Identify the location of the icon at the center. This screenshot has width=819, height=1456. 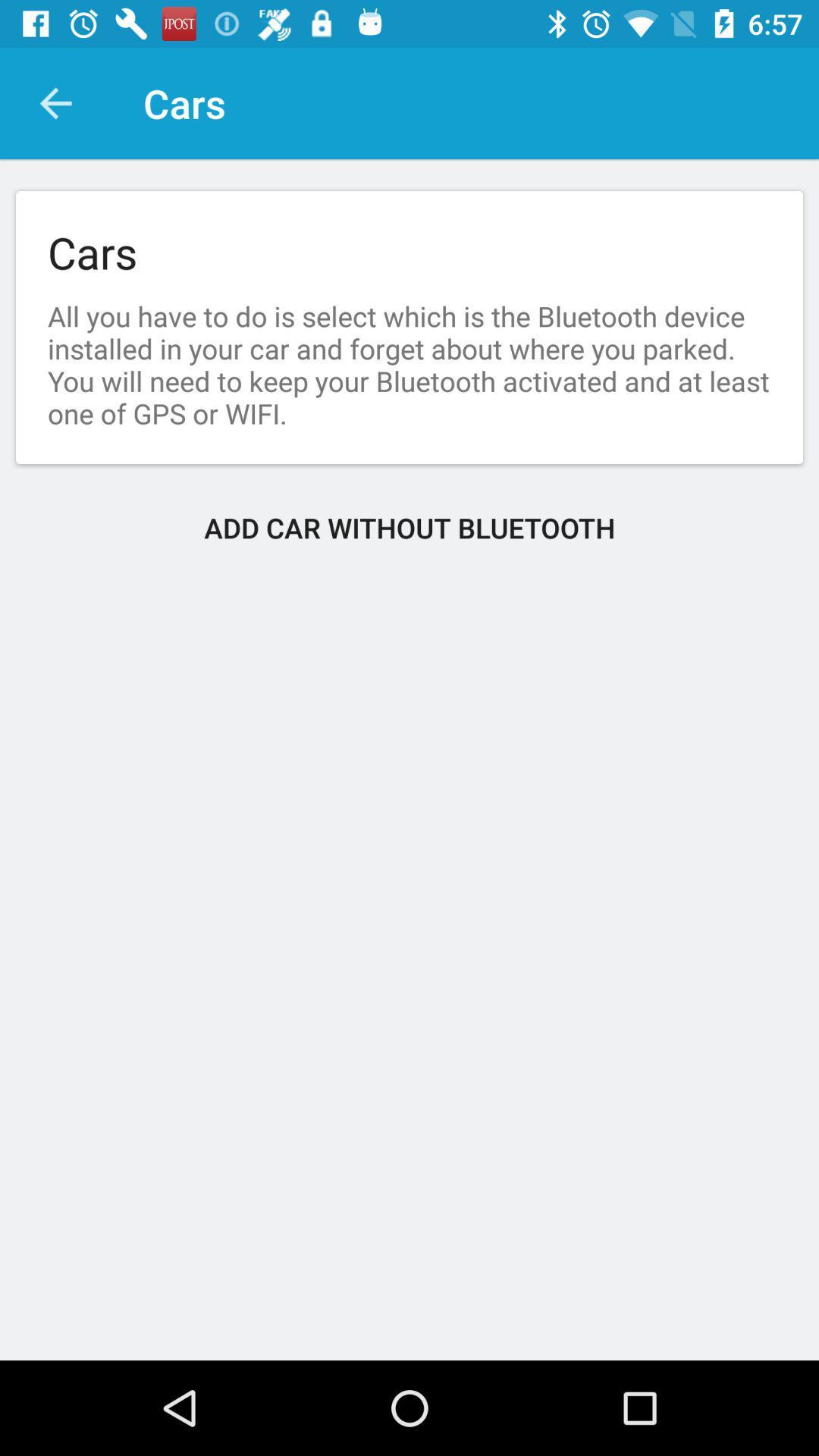
(409, 528).